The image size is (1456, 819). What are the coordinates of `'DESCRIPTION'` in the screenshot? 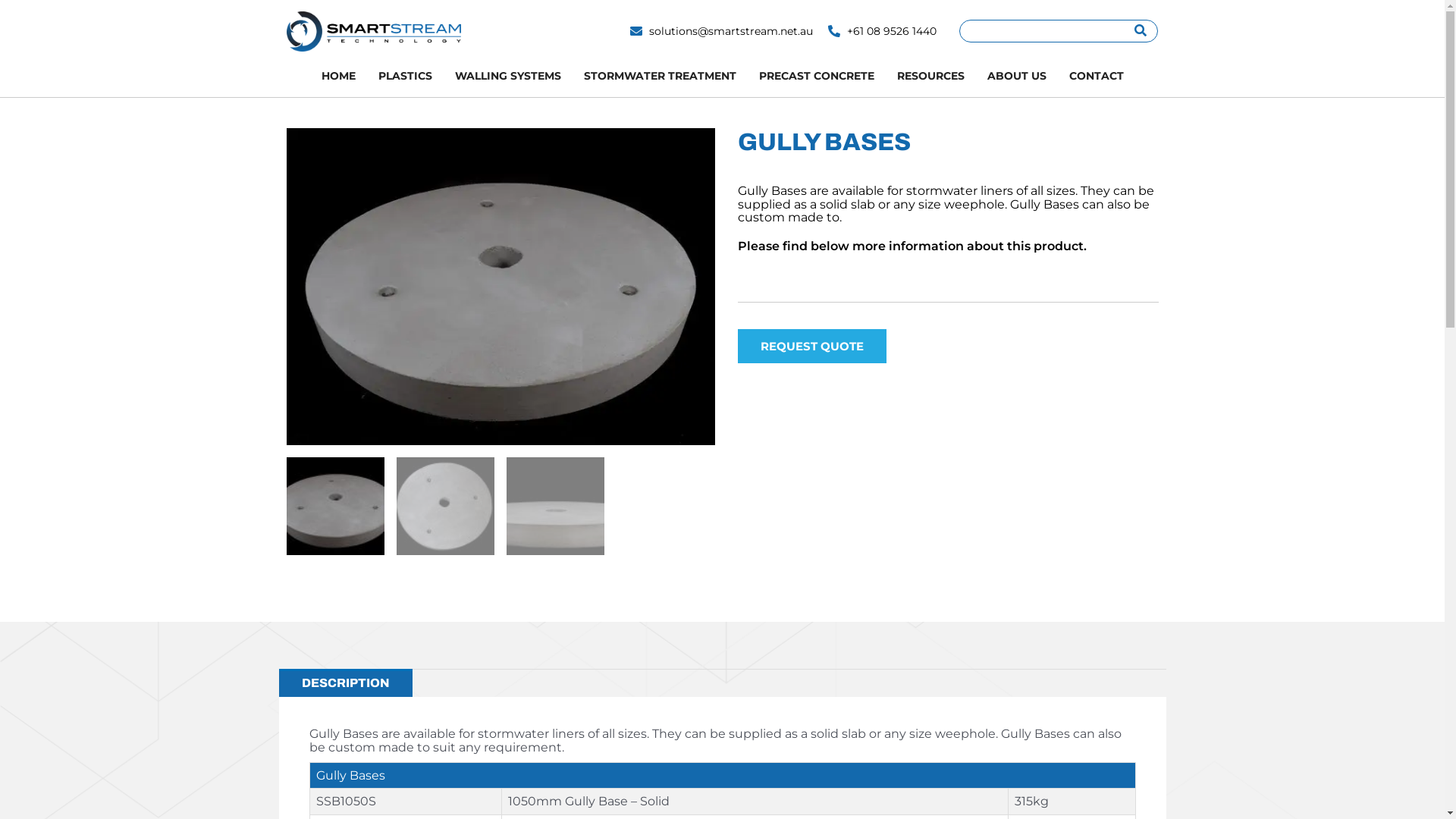 It's located at (279, 683).